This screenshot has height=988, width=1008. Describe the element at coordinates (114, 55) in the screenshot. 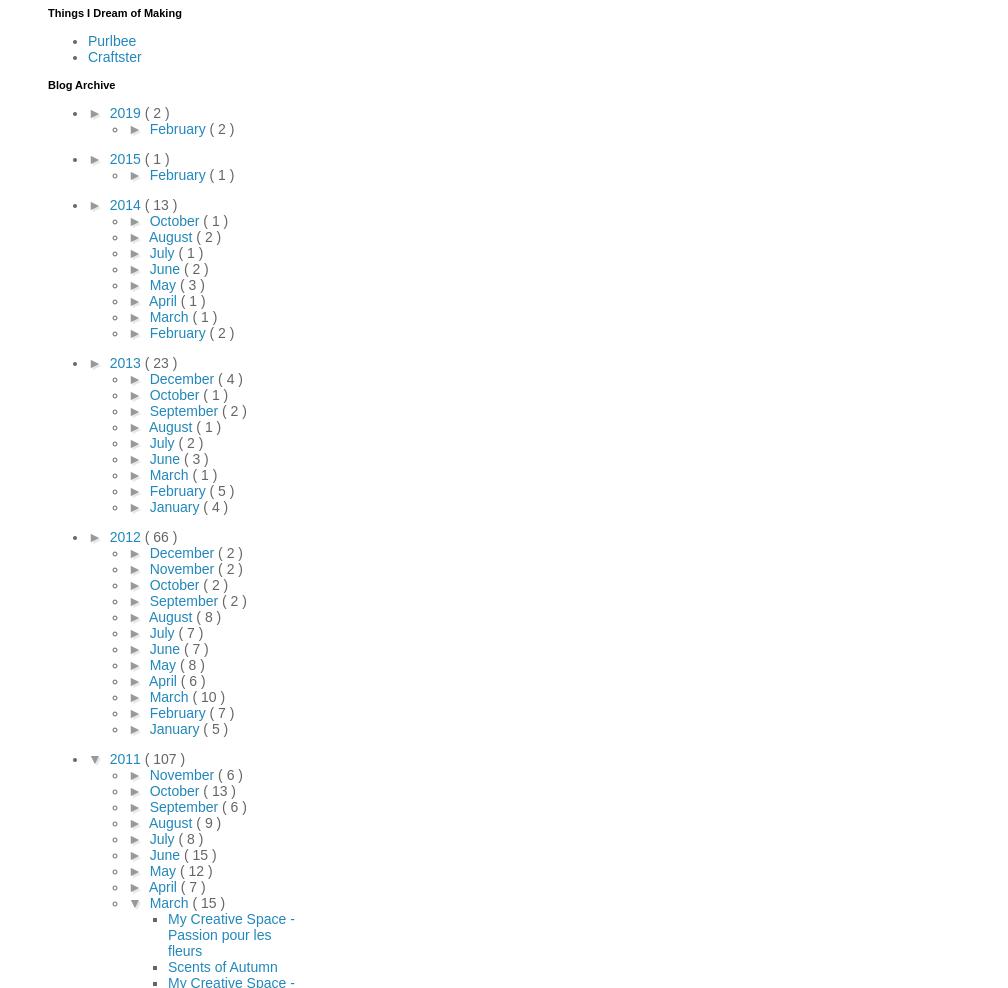

I see `'Craftster'` at that location.